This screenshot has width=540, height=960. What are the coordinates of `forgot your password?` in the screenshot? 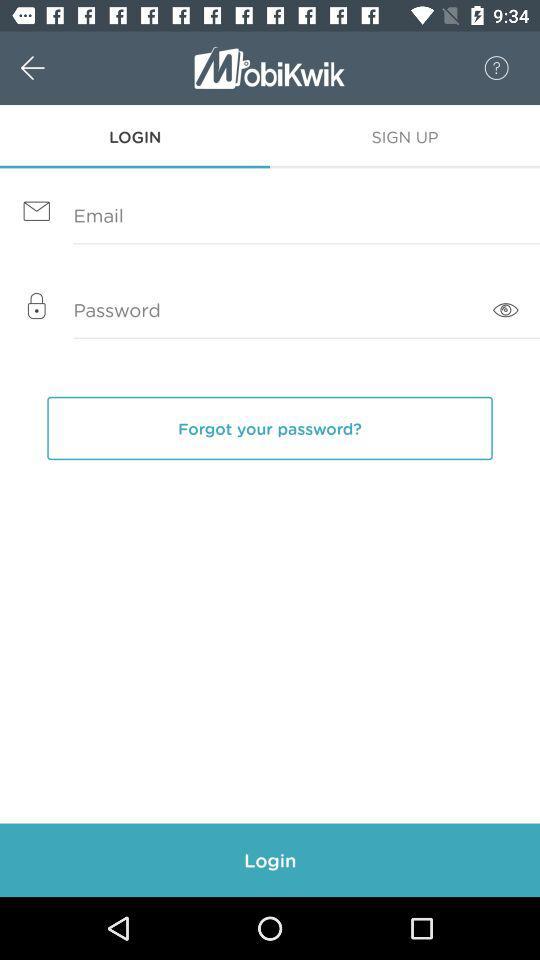 It's located at (270, 428).